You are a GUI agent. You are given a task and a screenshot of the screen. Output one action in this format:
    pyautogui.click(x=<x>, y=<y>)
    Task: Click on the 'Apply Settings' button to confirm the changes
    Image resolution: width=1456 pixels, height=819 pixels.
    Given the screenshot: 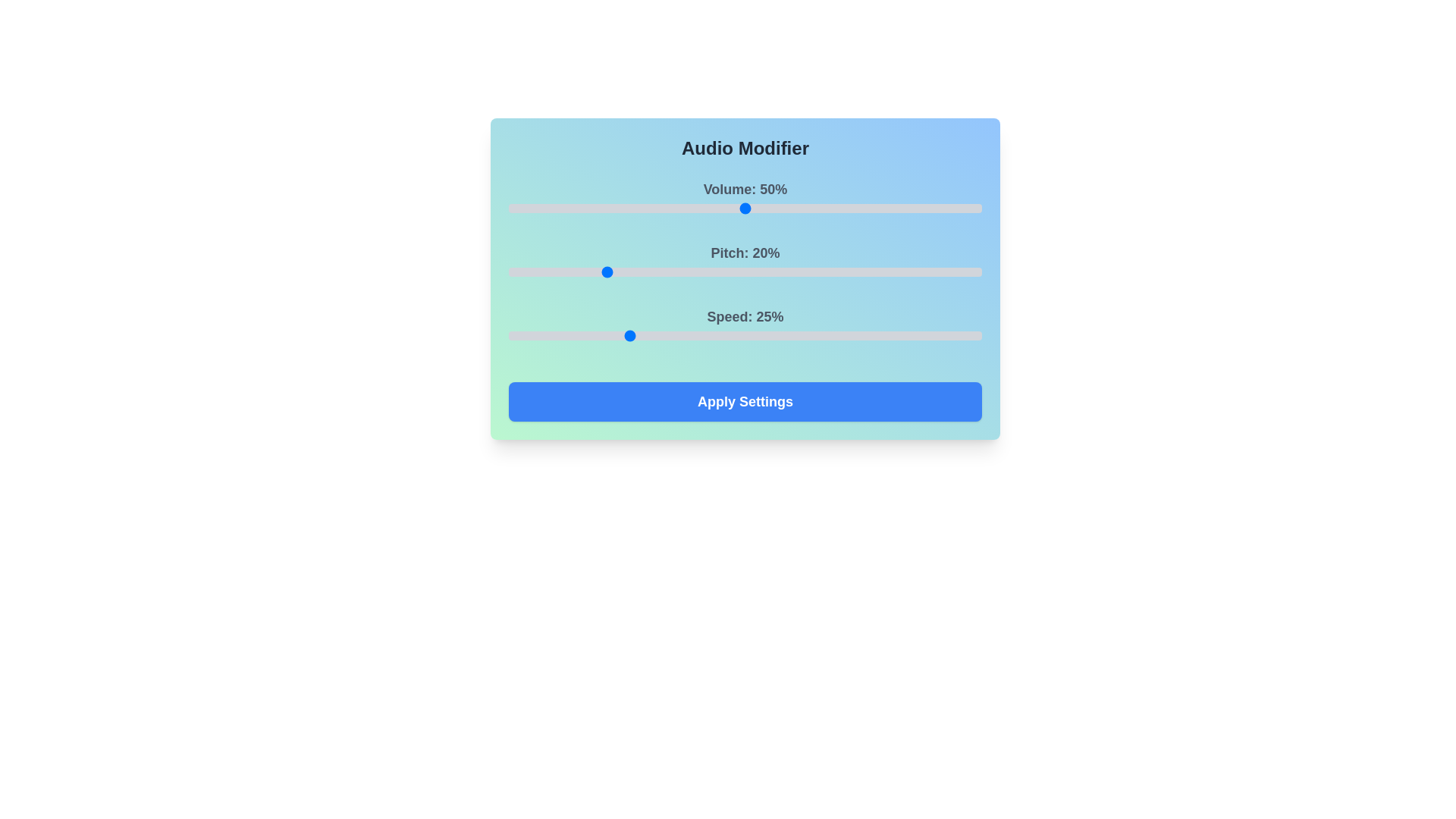 What is the action you would take?
    pyautogui.click(x=745, y=400)
    